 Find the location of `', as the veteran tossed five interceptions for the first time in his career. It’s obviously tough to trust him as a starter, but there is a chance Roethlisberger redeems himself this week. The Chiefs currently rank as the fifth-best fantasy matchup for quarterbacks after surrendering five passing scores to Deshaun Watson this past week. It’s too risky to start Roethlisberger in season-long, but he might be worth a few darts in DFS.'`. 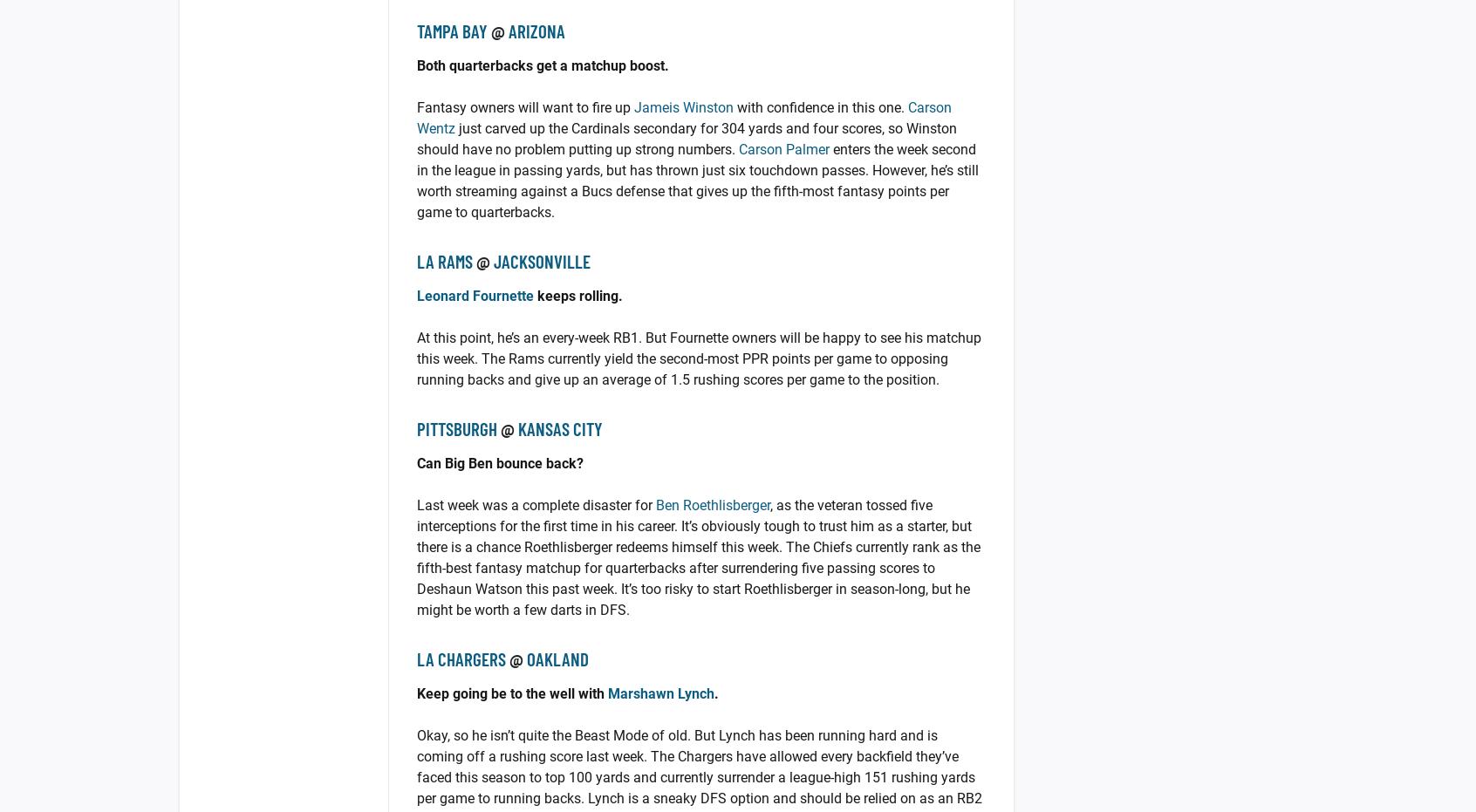

', as the veteran tossed five interceptions for the first time in his career. It’s obviously tough to trust him as a starter, but there is a chance Roethlisberger redeems himself this week. The Chiefs currently rank as the fifth-best fantasy matchup for quarterbacks after surrendering five passing scores to Deshaun Watson this past week. It’s too risky to start Roethlisberger in season-long, but he might be worth a few darts in DFS.' is located at coordinates (698, 557).